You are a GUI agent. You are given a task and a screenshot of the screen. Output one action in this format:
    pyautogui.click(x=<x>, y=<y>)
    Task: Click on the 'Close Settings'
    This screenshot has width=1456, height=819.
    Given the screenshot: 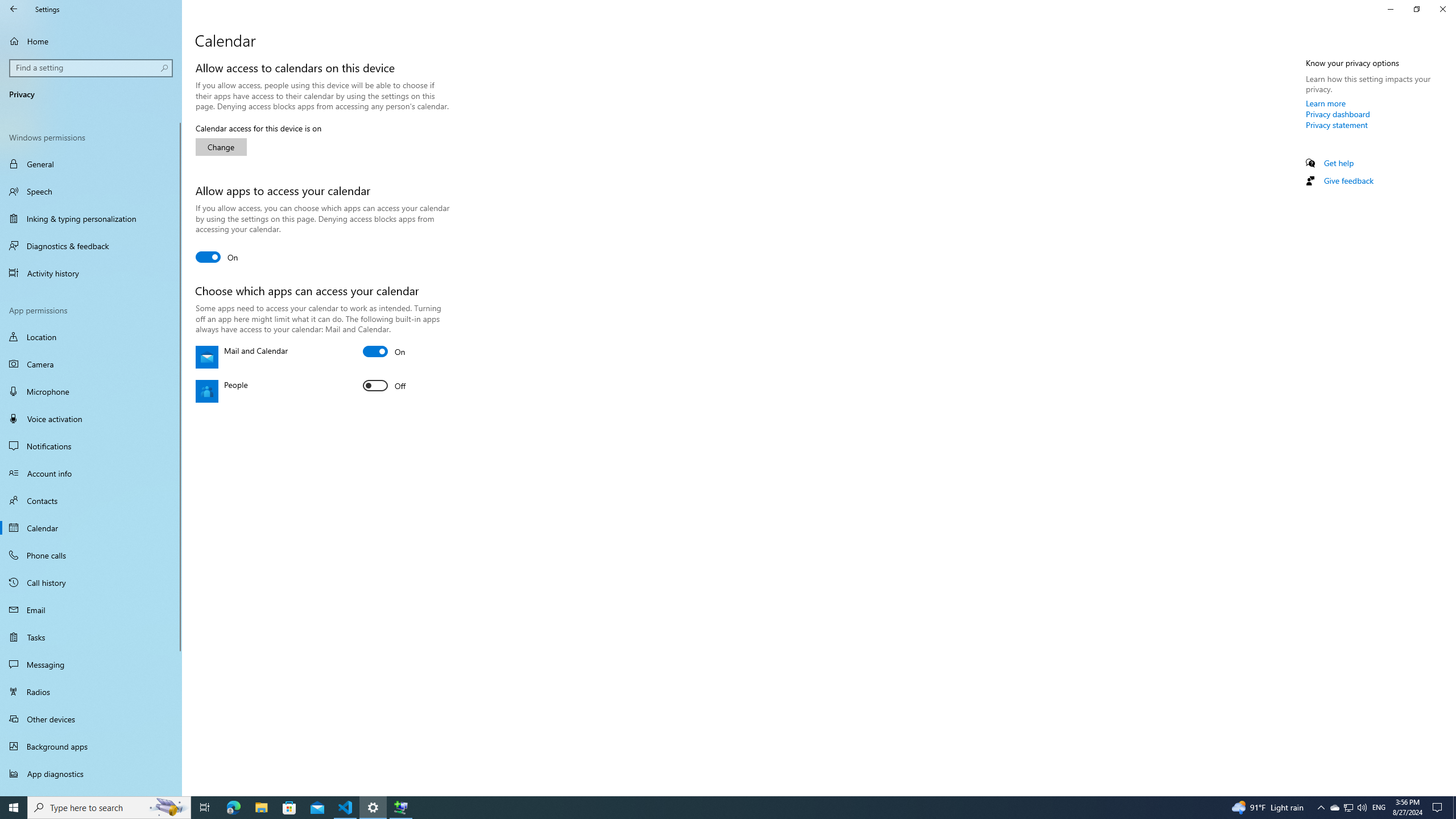 What is the action you would take?
    pyautogui.click(x=1442, y=9)
    